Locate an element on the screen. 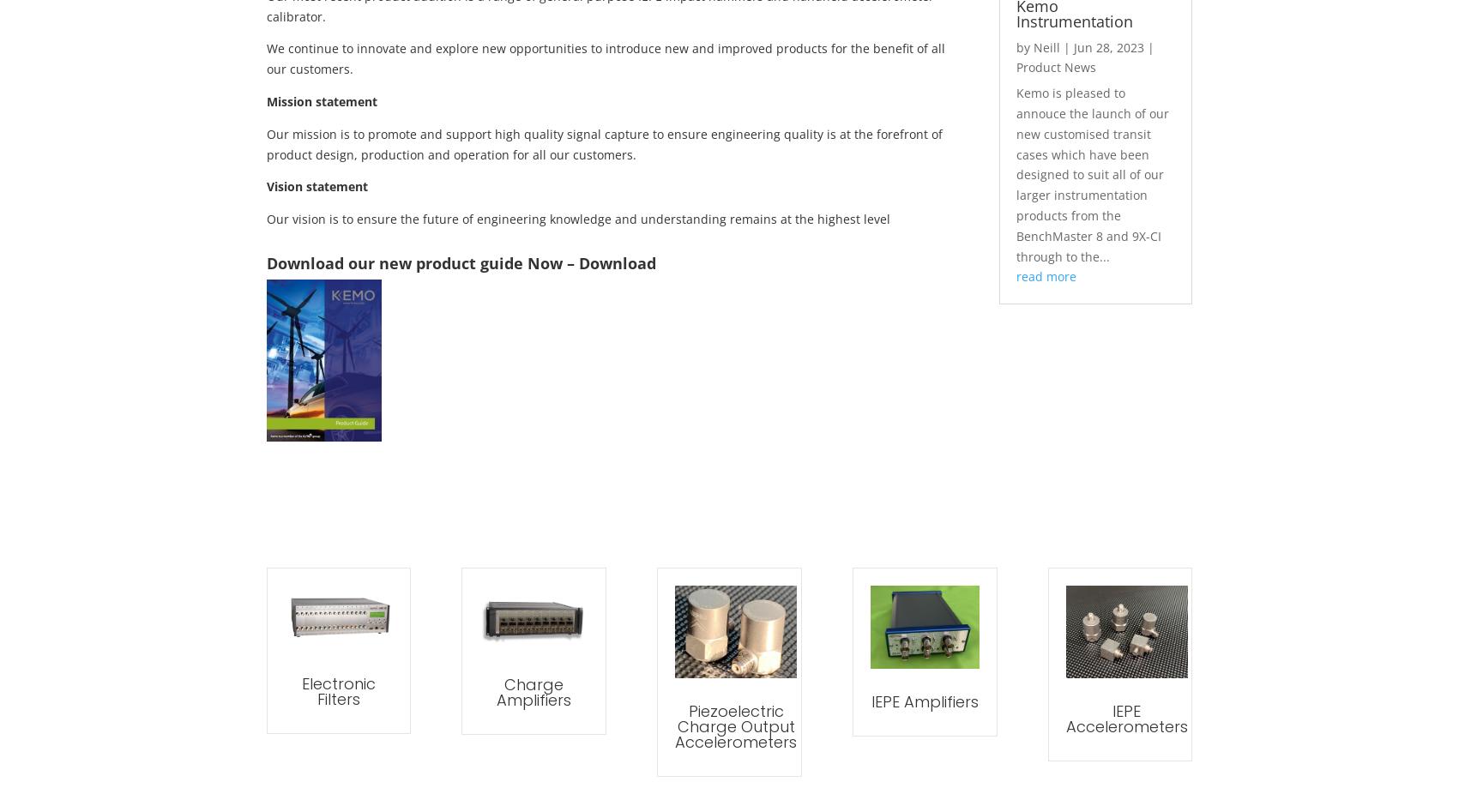 This screenshot has height=812, width=1459. 'Vision statement' is located at coordinates (265, 186).